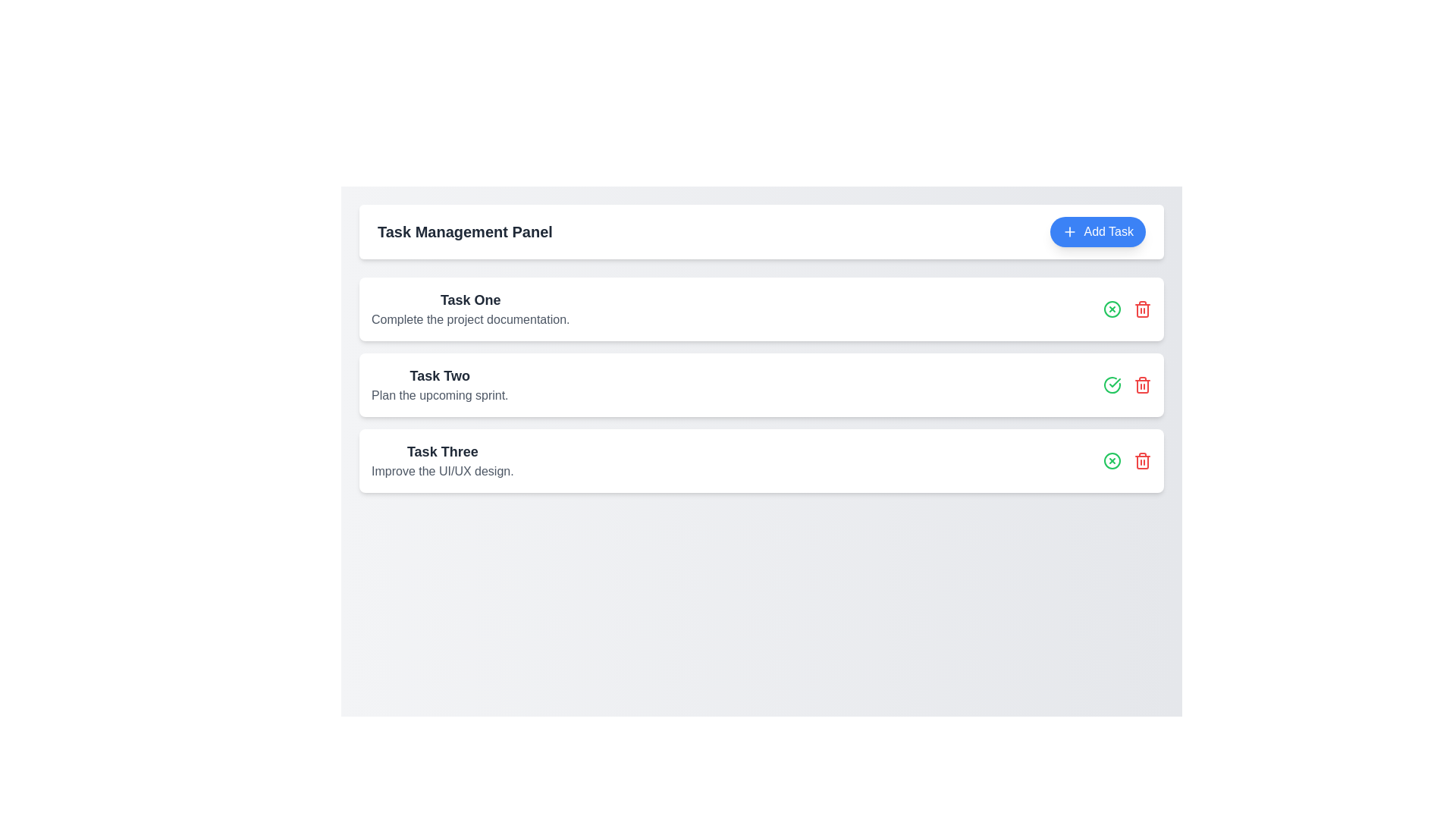 This screenshot has width=1456, height=819. What do you see at coordinates (1112, 384) in the screenshot?
I see `the green circular confirmation button with a white checkmark located on the right side of 'Task Two'` at bounding box center [1112, 384].